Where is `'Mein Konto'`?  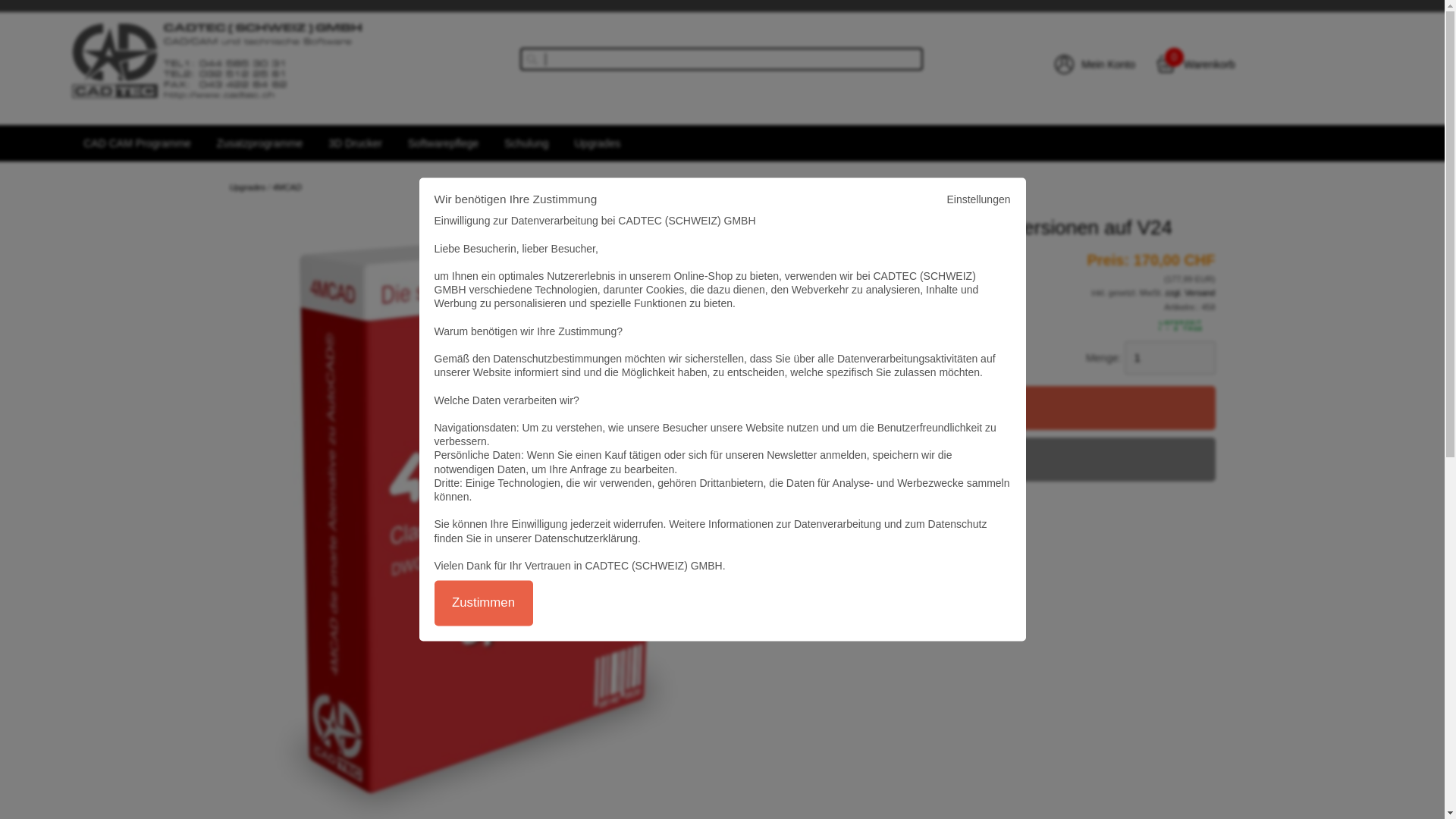 'Mein Konto' is located at coordinates (1108, 63).